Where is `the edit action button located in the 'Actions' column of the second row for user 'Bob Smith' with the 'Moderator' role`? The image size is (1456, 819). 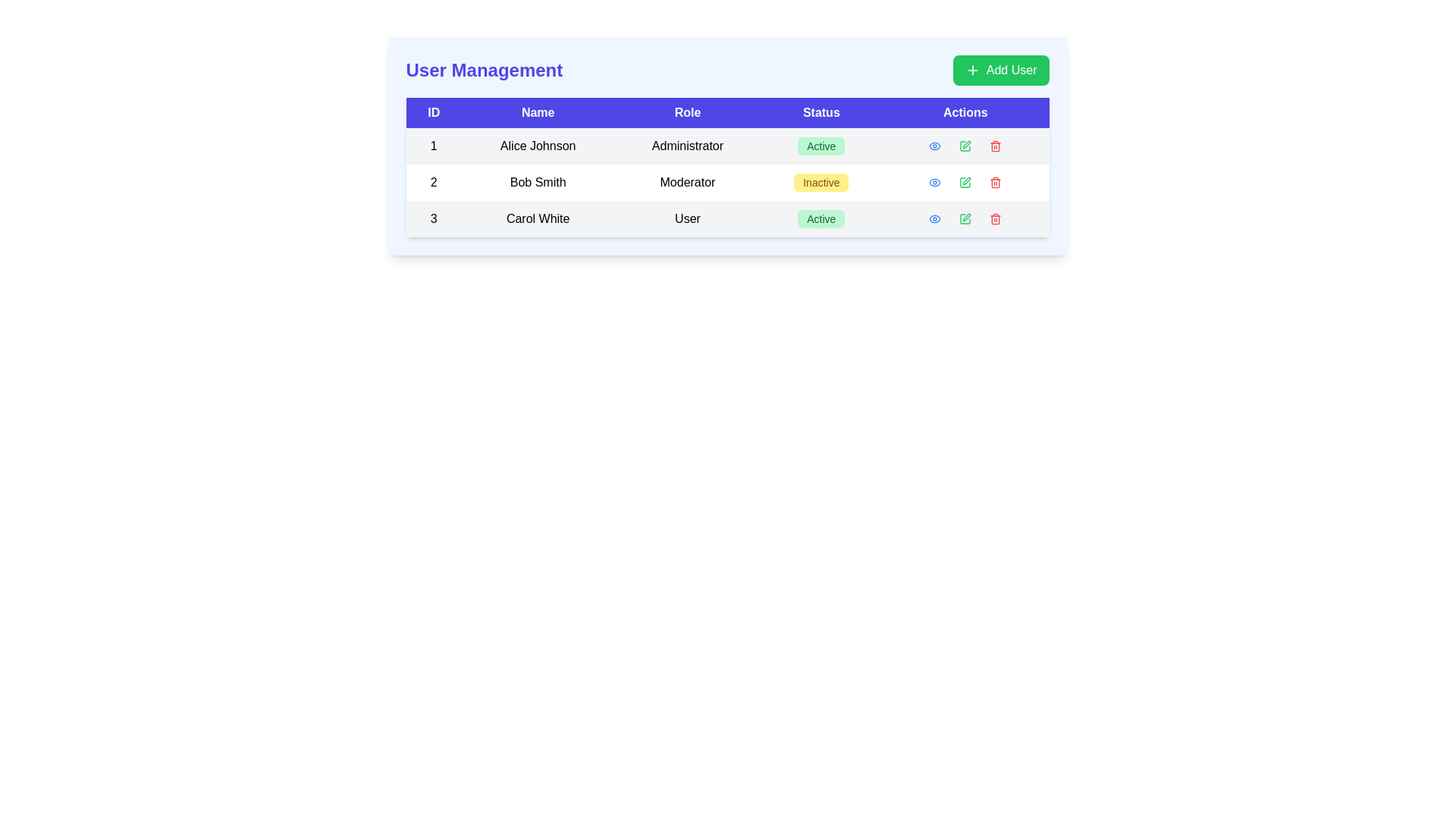 the edit action button located in the 'Actions' column of the second row for user 'Bob Smith' with the 'Moderator' role is located at coordinates (964, 181).